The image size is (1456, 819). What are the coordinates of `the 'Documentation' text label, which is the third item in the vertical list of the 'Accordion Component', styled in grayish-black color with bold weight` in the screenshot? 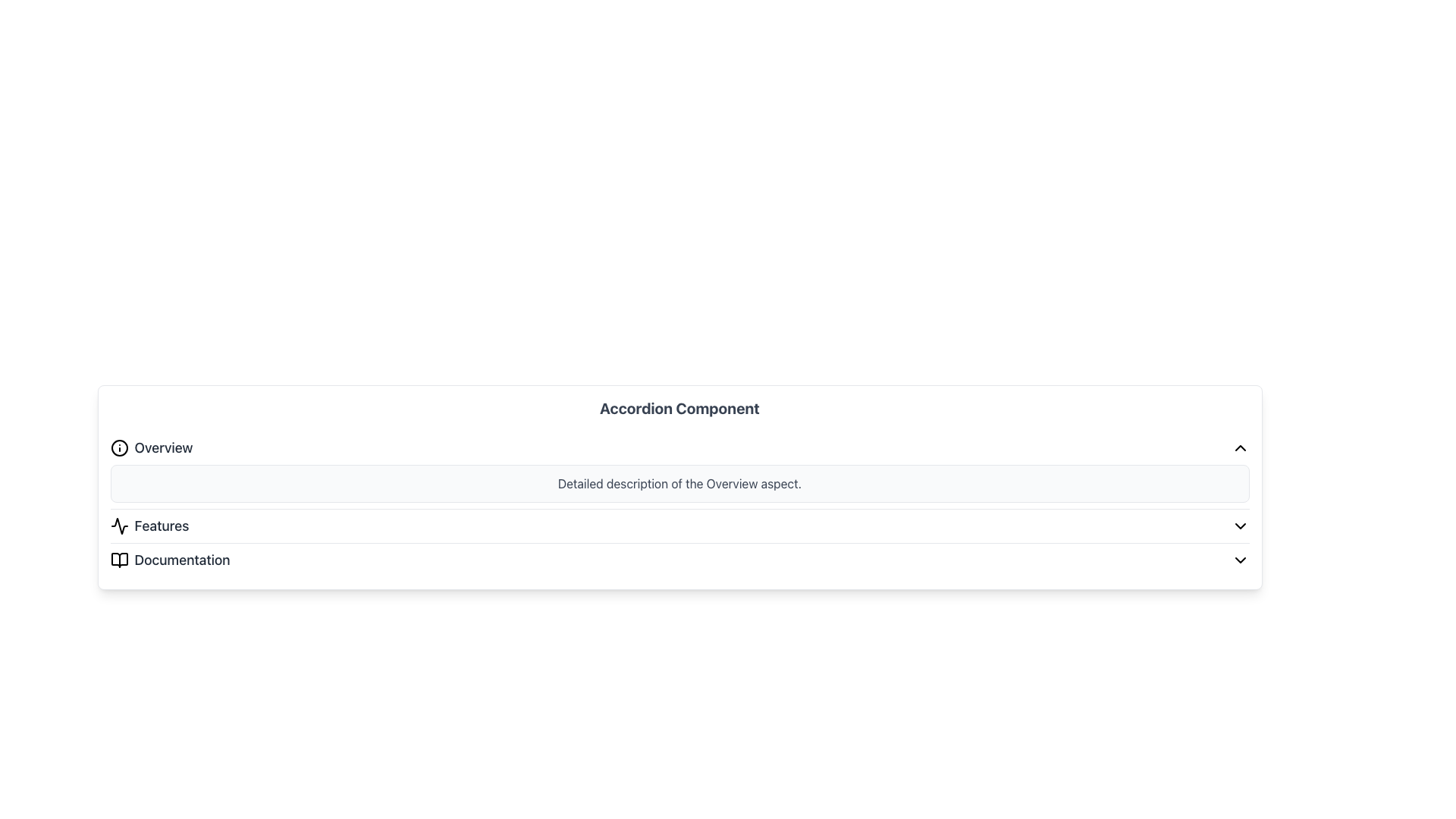 It's located at (182, 560).